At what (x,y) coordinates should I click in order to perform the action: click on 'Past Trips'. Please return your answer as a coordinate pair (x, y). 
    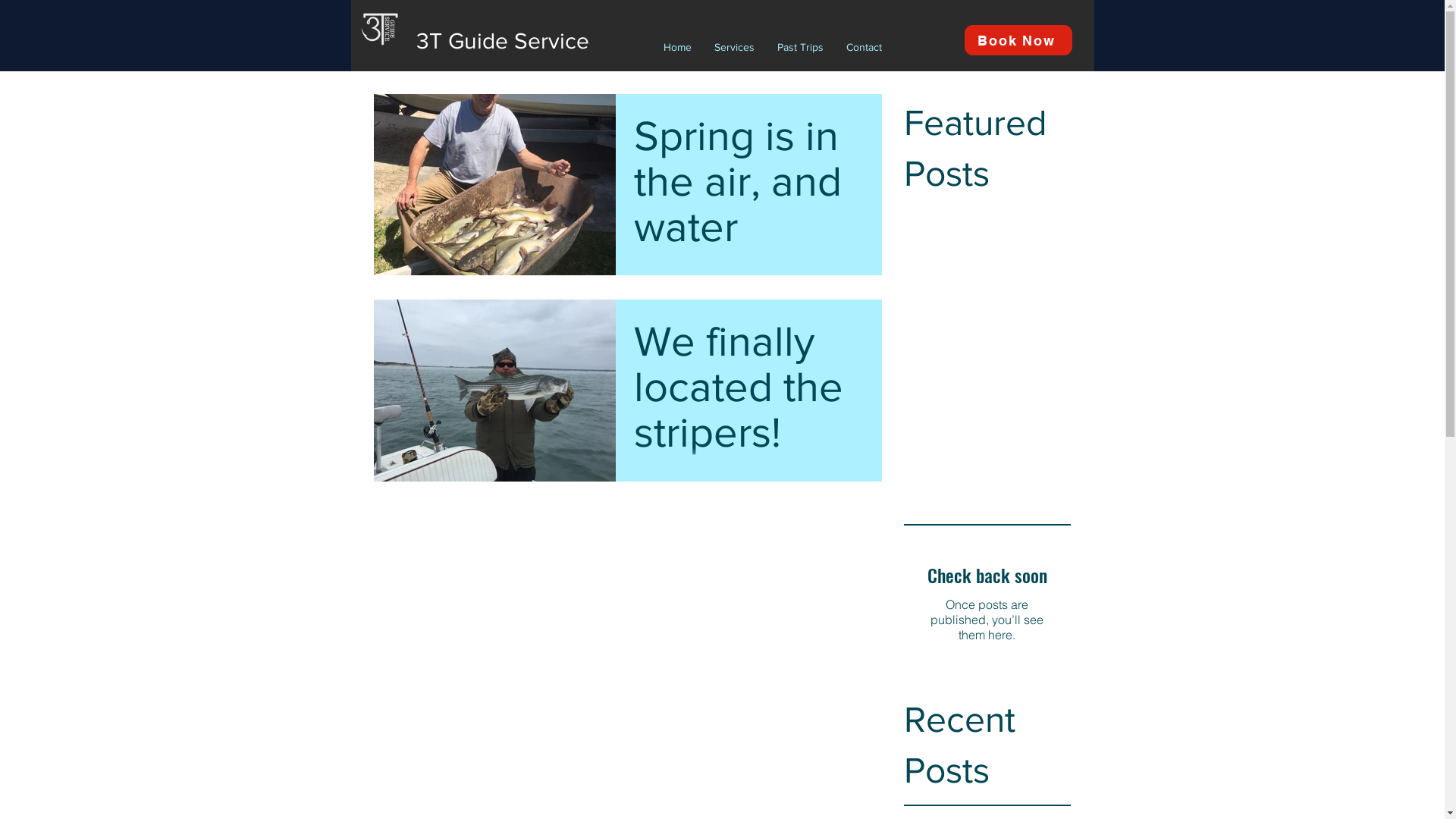
    Looking at the image, I should click on (799, 45).